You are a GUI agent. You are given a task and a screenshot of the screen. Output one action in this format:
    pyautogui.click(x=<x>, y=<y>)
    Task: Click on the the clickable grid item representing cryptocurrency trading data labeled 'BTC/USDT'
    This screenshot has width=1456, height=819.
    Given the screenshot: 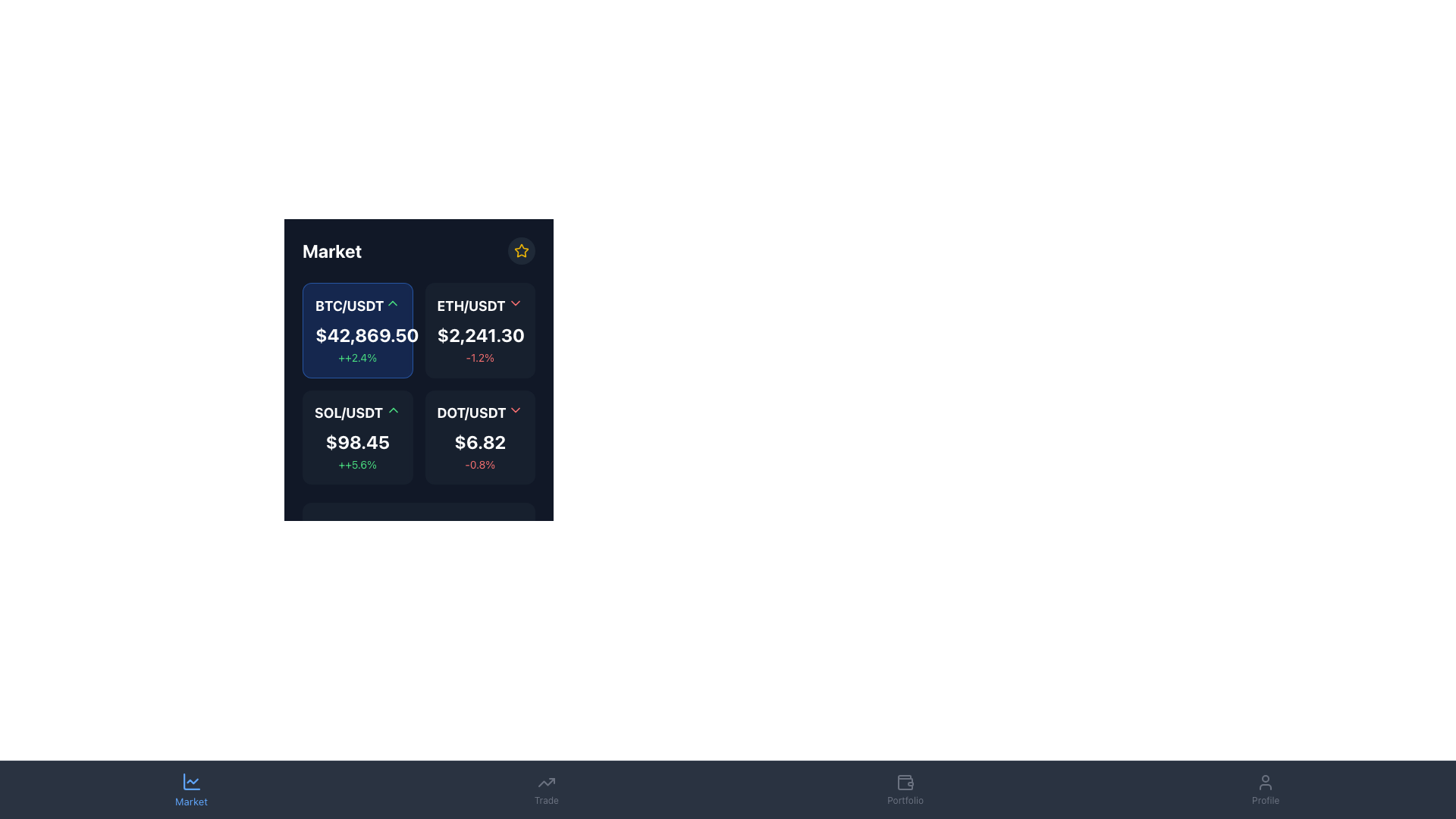 What is the action you would take?
    pyautogui.click(x=356, y=329)
    